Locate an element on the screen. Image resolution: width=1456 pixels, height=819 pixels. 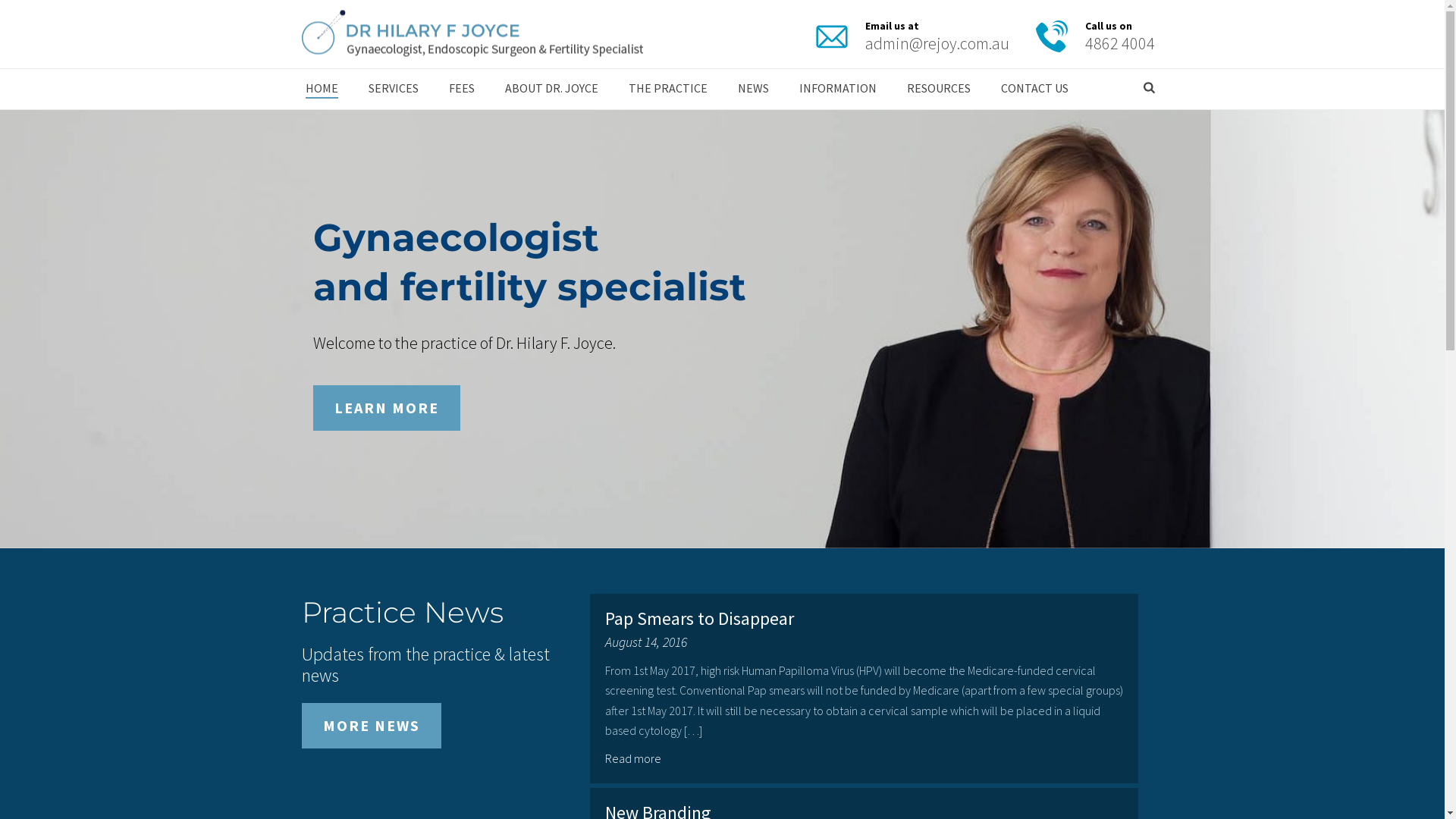
'Read more' is located at coordinates (635, 758).